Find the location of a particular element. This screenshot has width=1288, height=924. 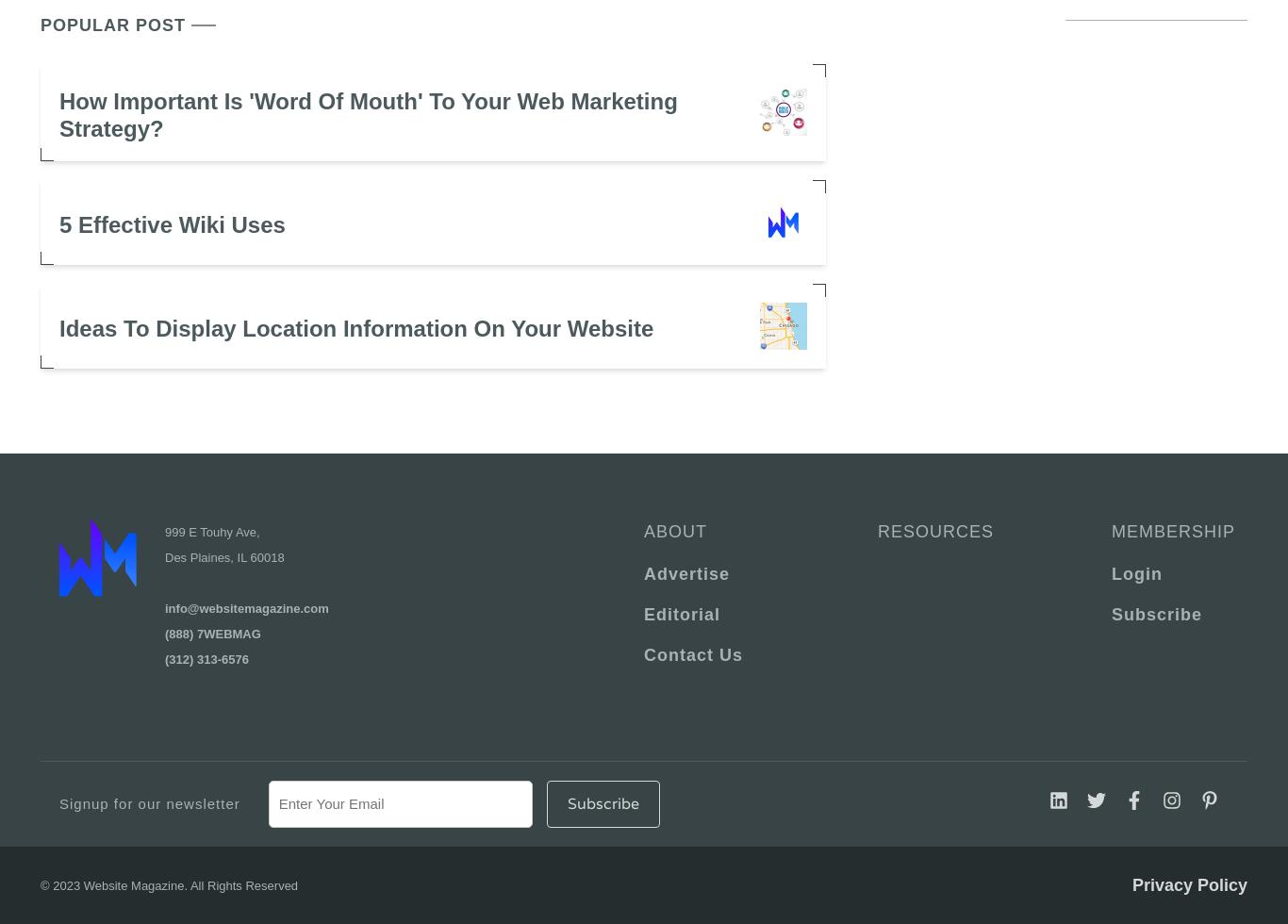

'(888) 7WEBMAG' is located at coordinates (211, 633).